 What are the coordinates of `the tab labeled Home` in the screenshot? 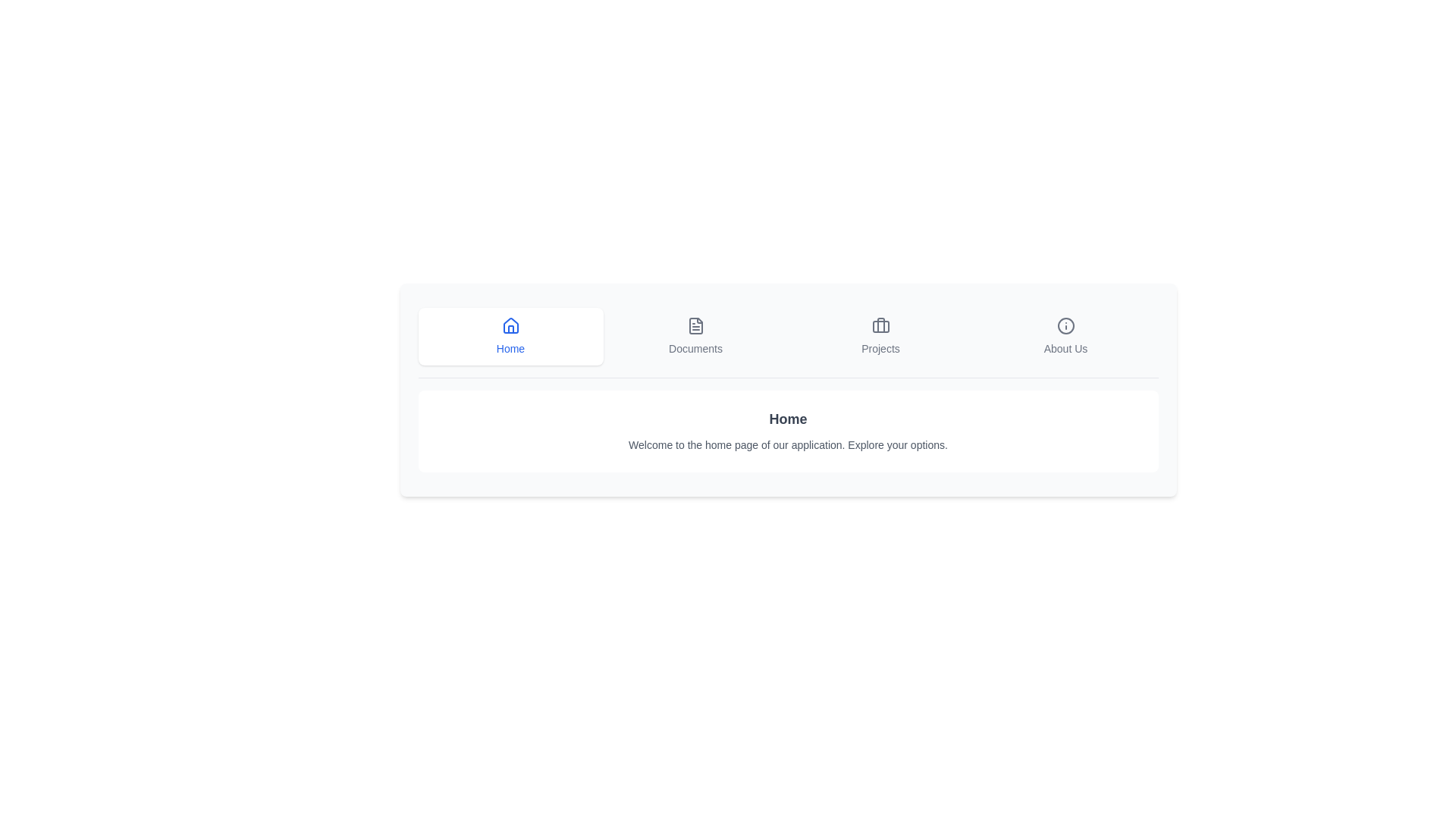 It's located at (510, 335).